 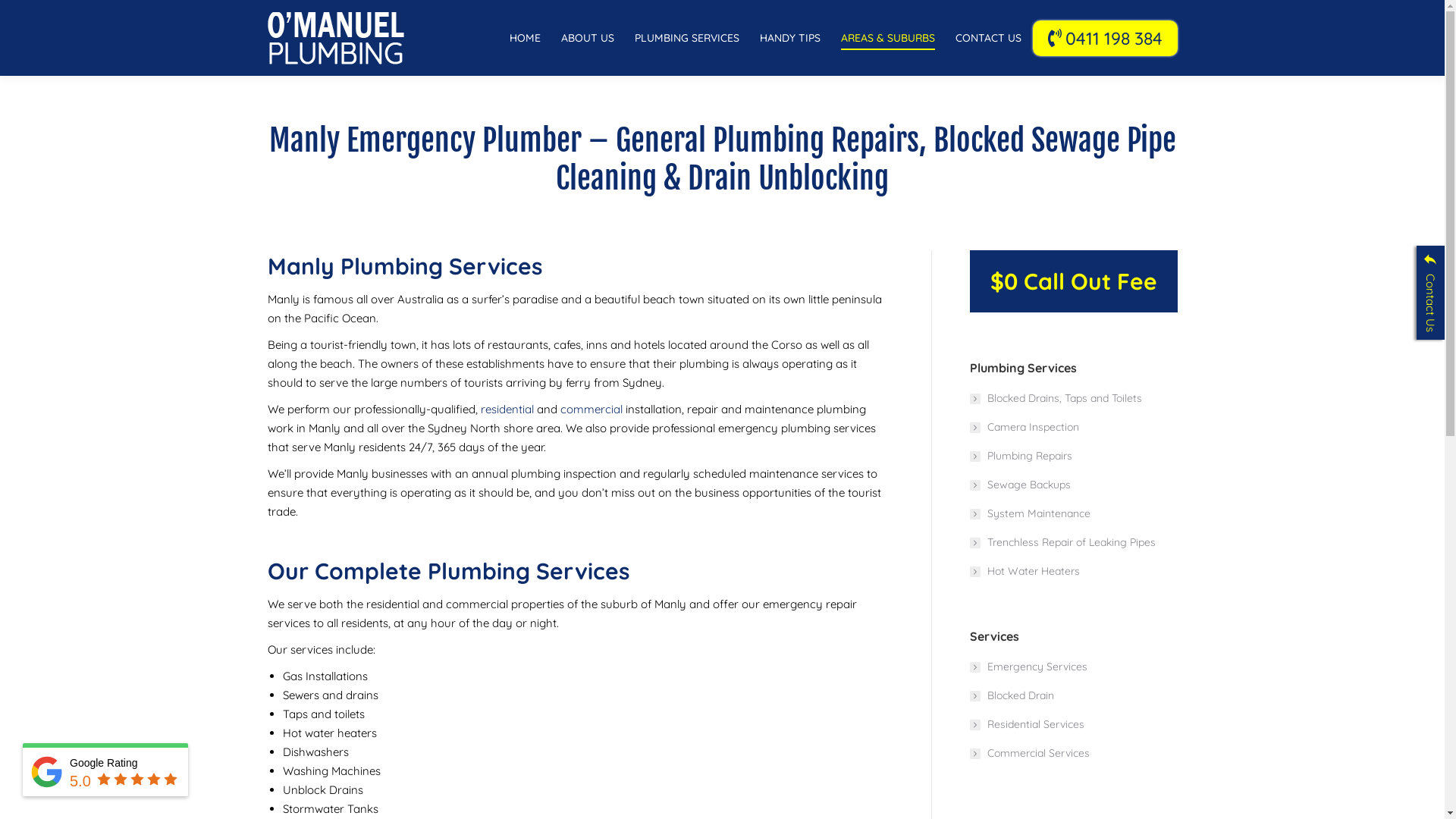 I want to click on 'residential', so click(x=507, y=408).